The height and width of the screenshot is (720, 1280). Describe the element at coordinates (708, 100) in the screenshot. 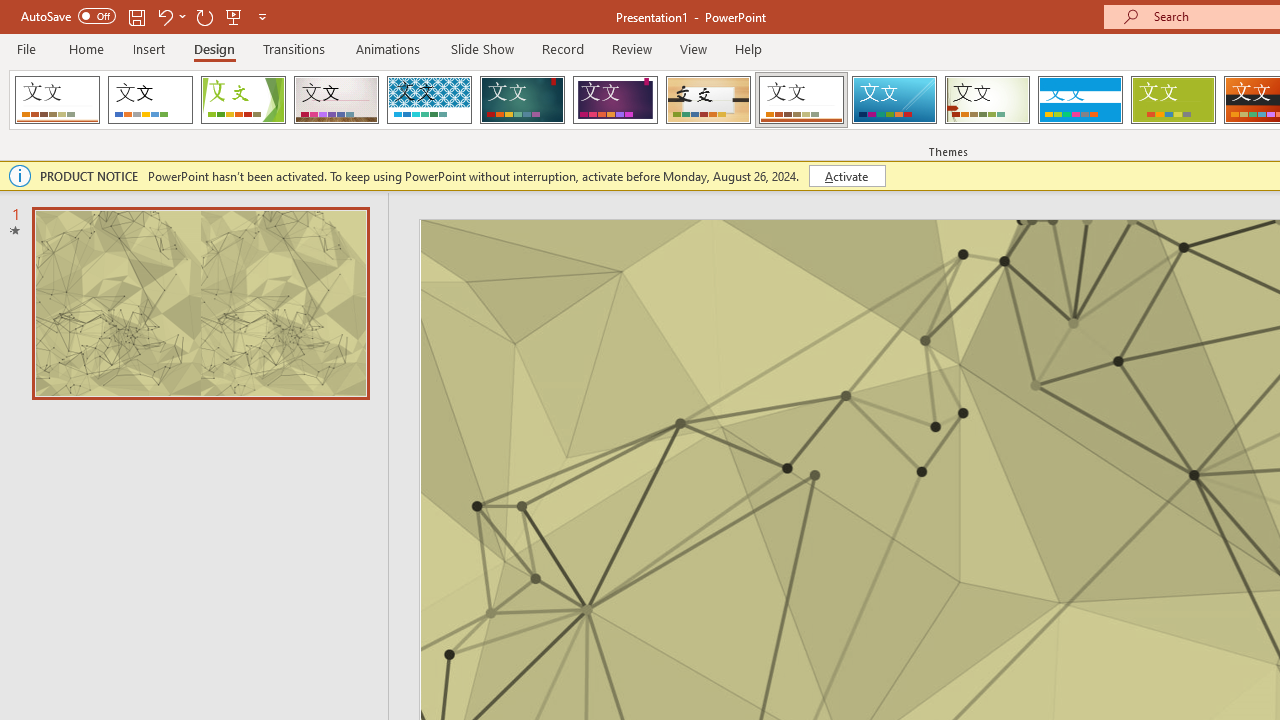

I see `'Organic'` at that location.